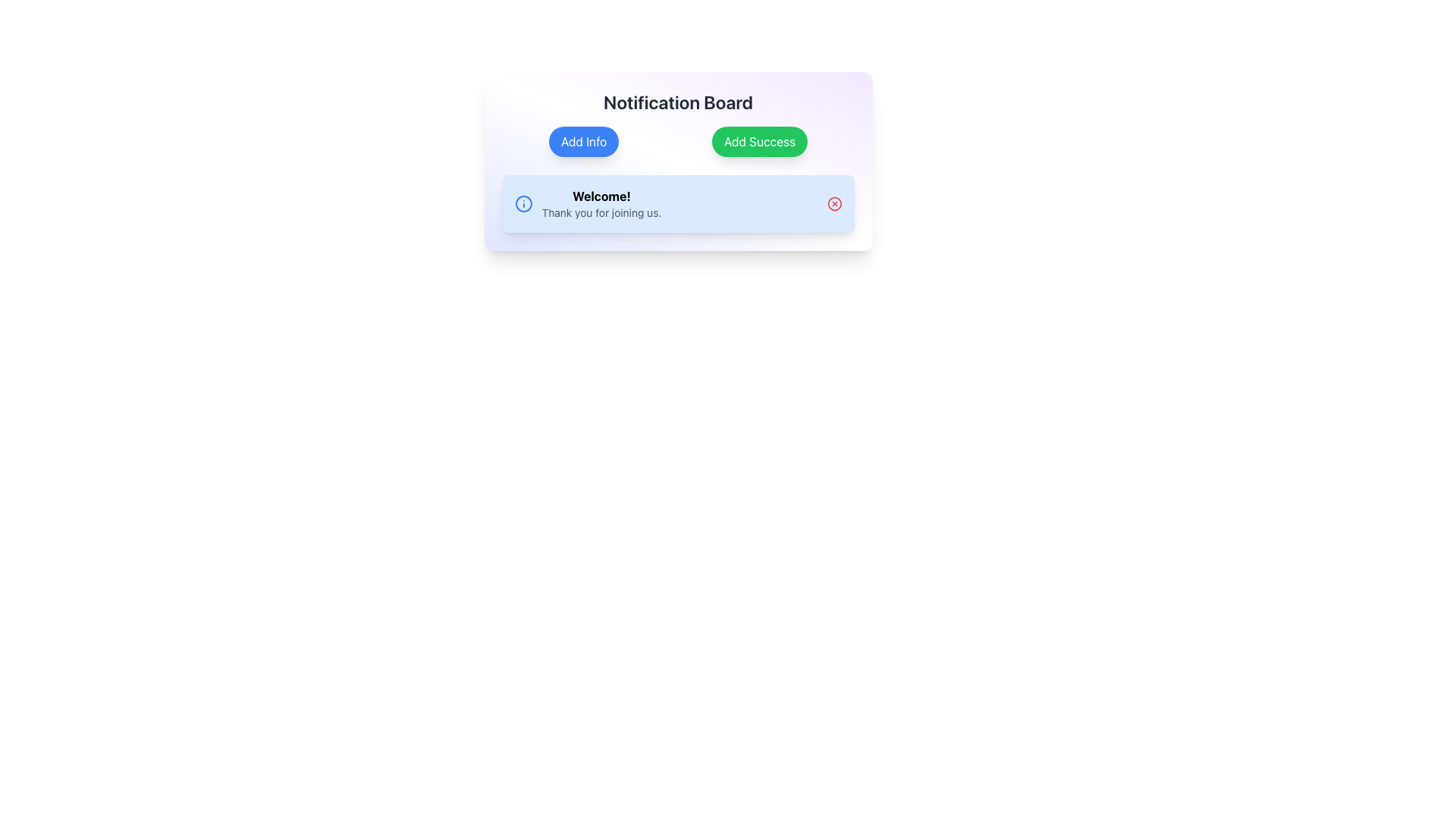  Describe the element at coordinates (833, 203) in the screenshot. I see `the close button located in the bottom-right corner of the notification card containing the text 'Welcome! Thank you for joining us.'` at that location.